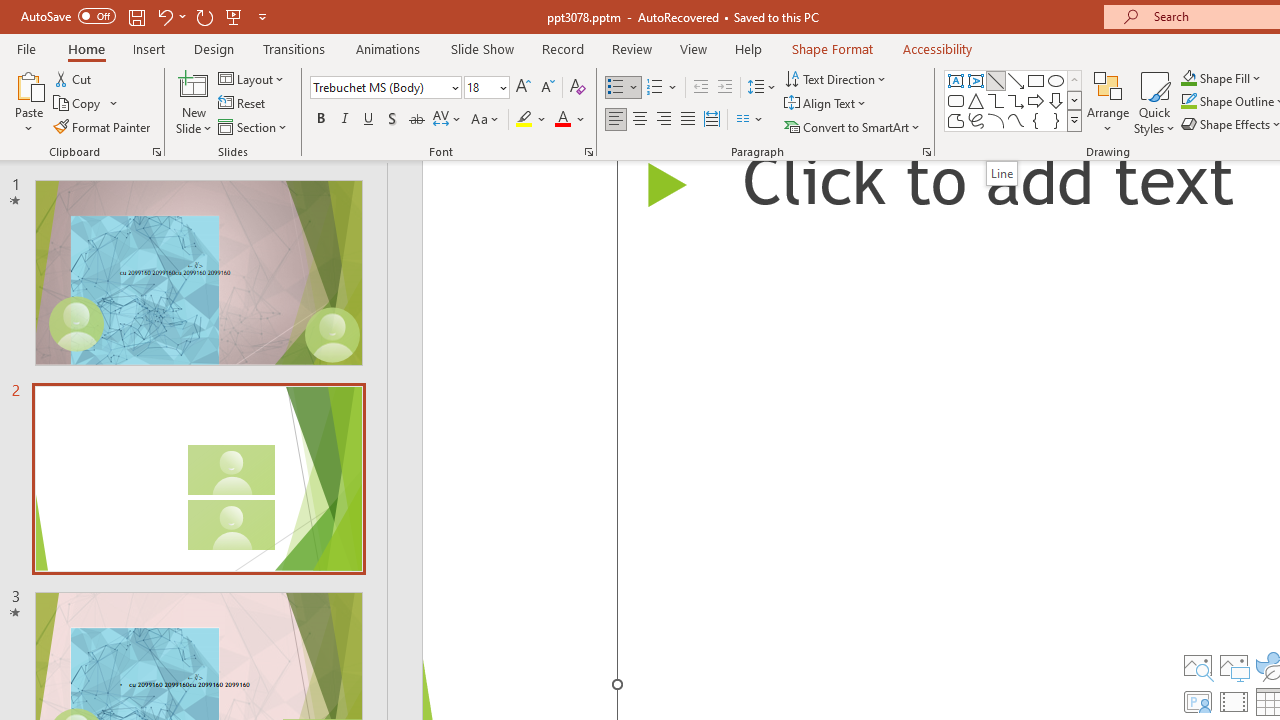 This screenshot has width=1280, height=720. I want to click on 'Freeform: Scribble', so click(976, 120).